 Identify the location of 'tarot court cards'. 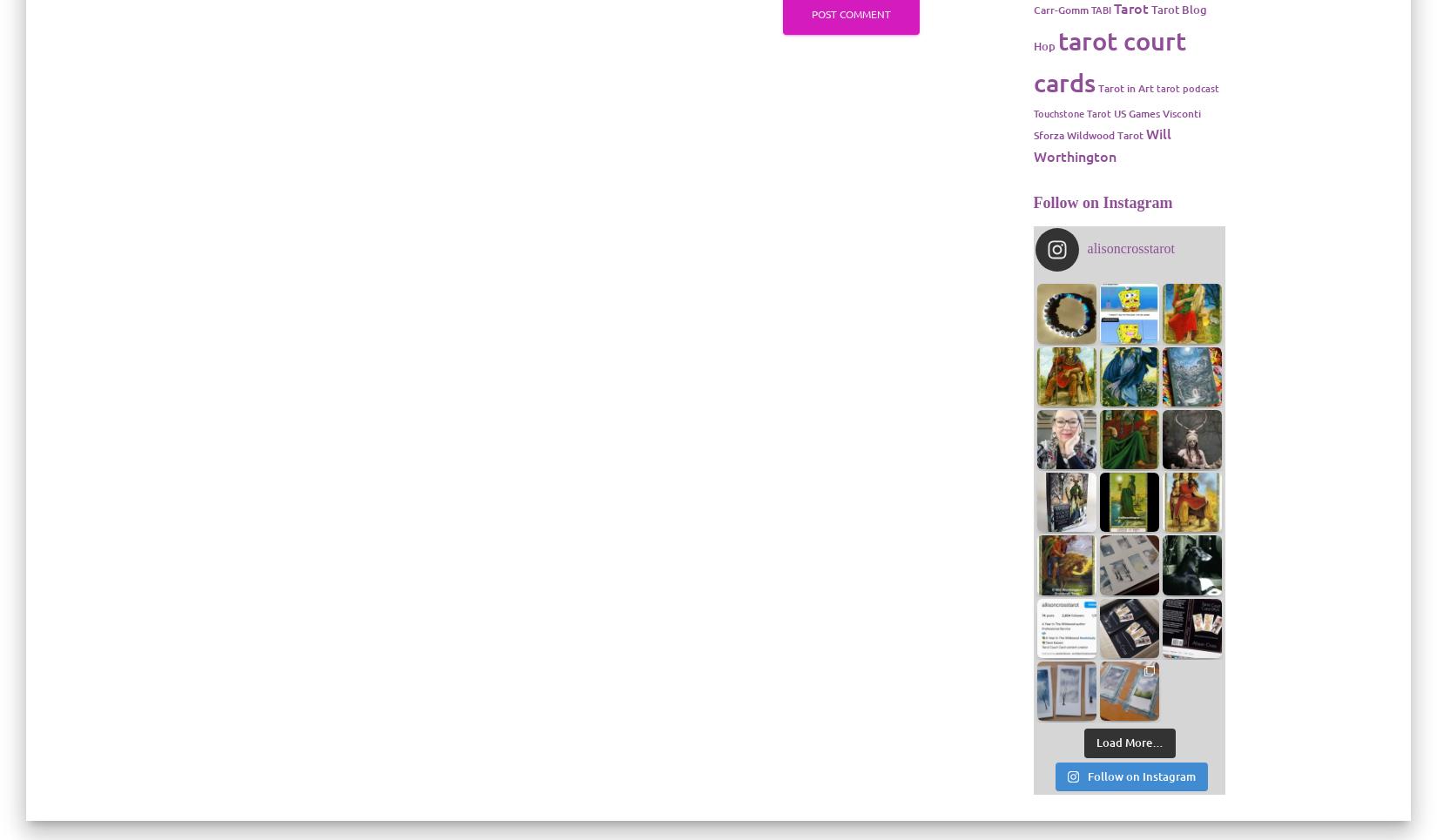
(1108, 60).